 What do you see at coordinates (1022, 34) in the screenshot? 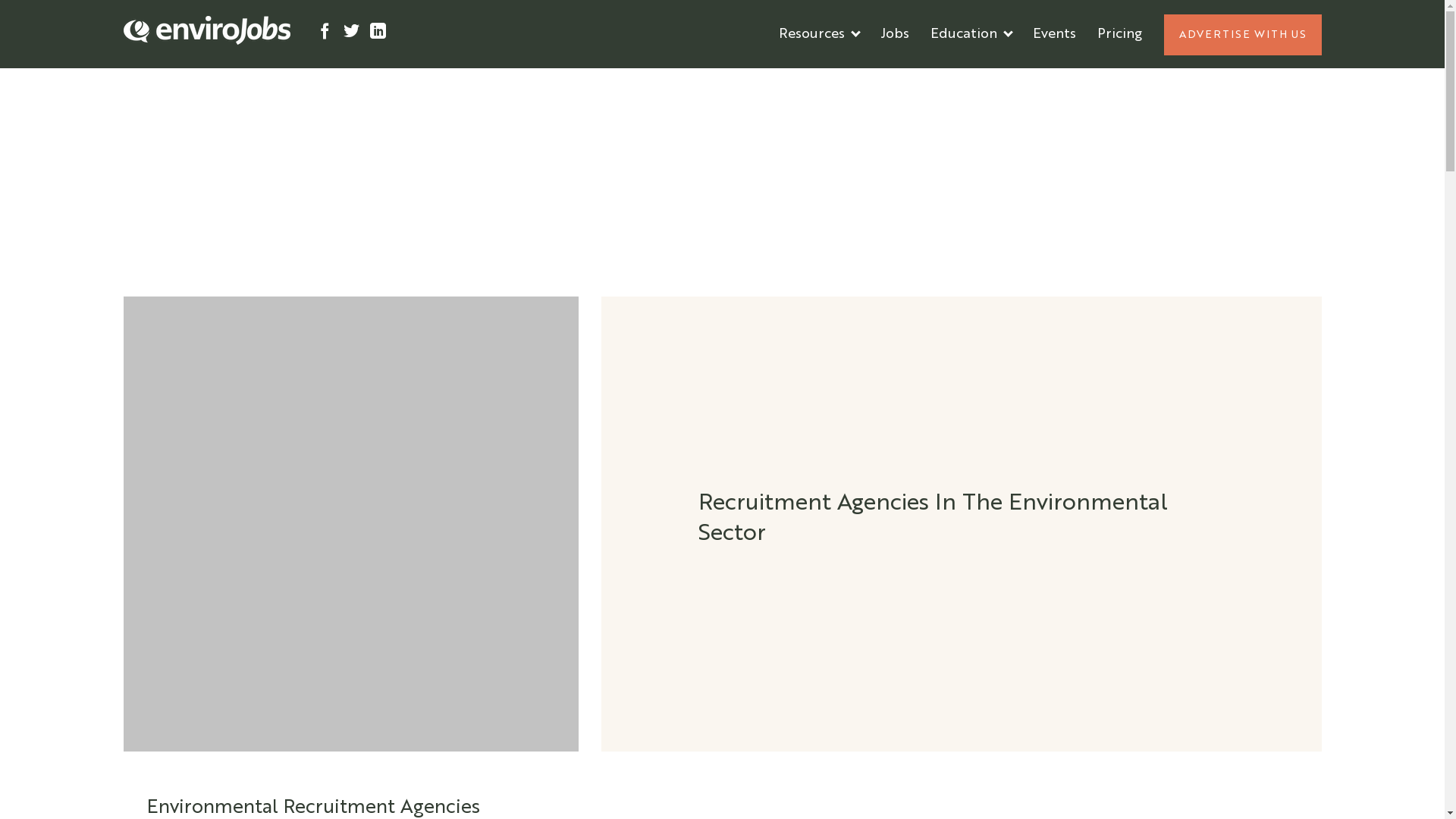
I see `'Events'` at bounding box center [1022, 34].